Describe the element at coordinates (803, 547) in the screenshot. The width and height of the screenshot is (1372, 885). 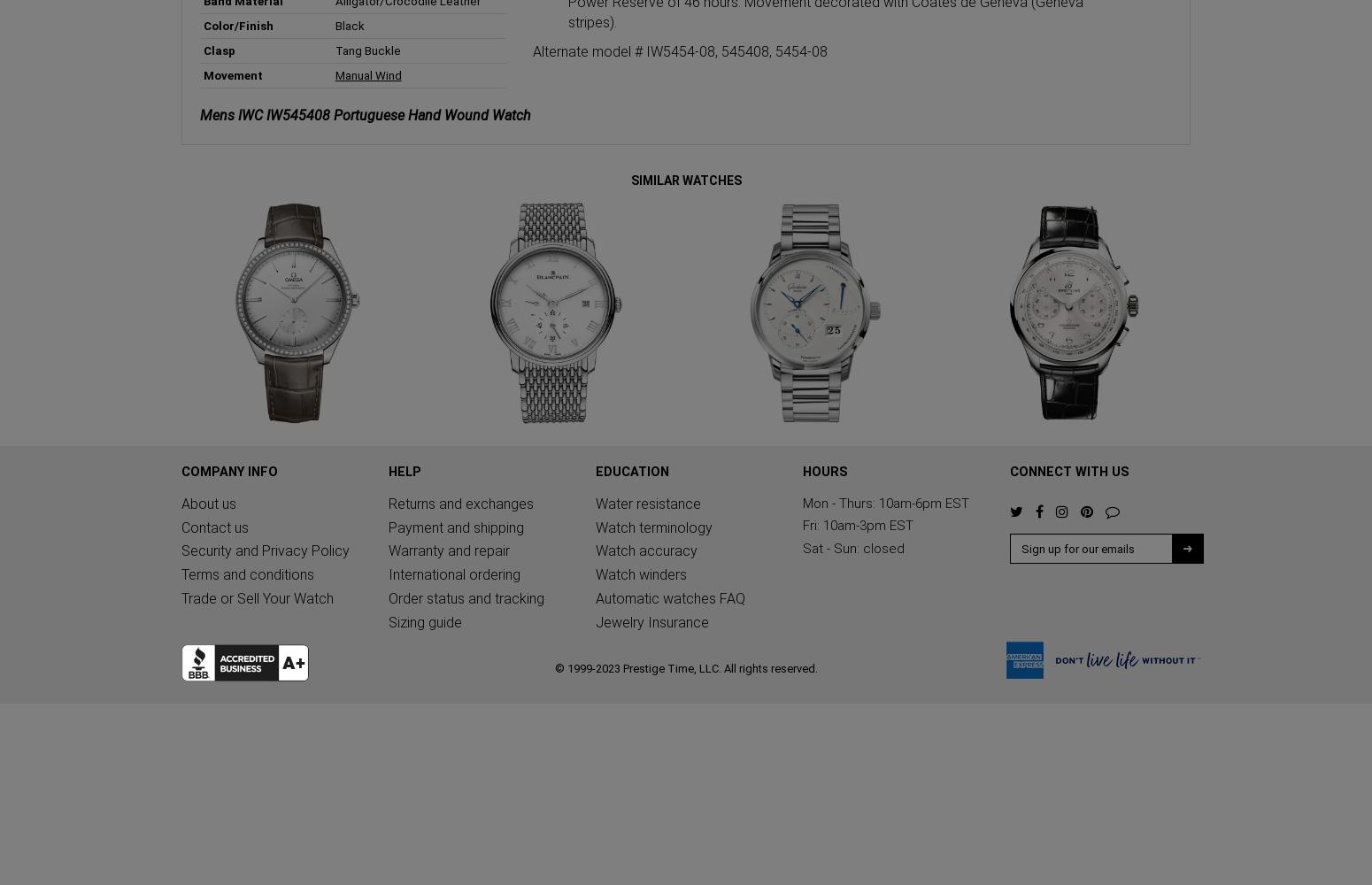
I see `'Sat - Sun: closed'` at that location.